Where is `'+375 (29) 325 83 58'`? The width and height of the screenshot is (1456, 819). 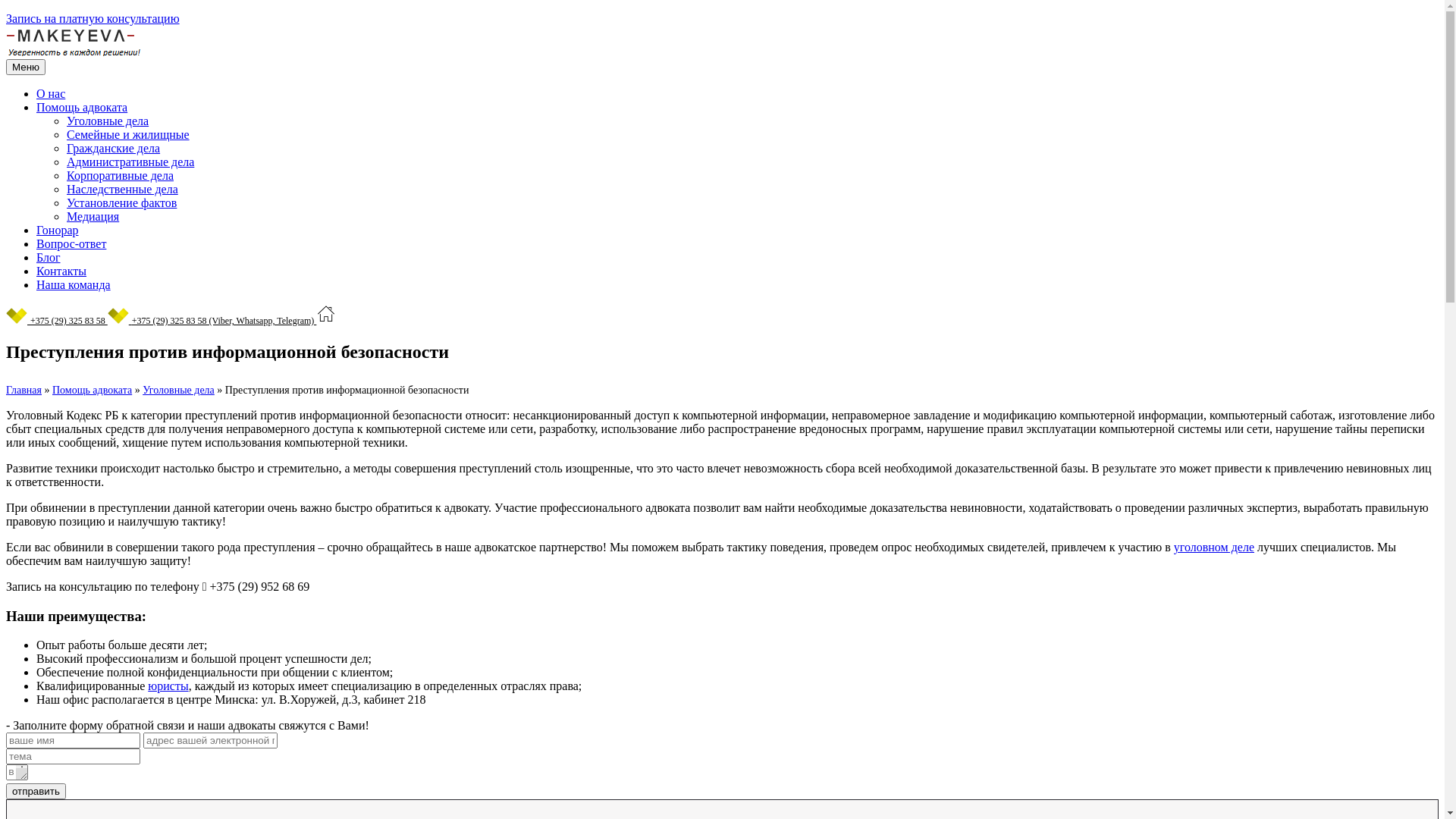
'+375 (29) 325 83 58' is located at coordinates (6, 318).